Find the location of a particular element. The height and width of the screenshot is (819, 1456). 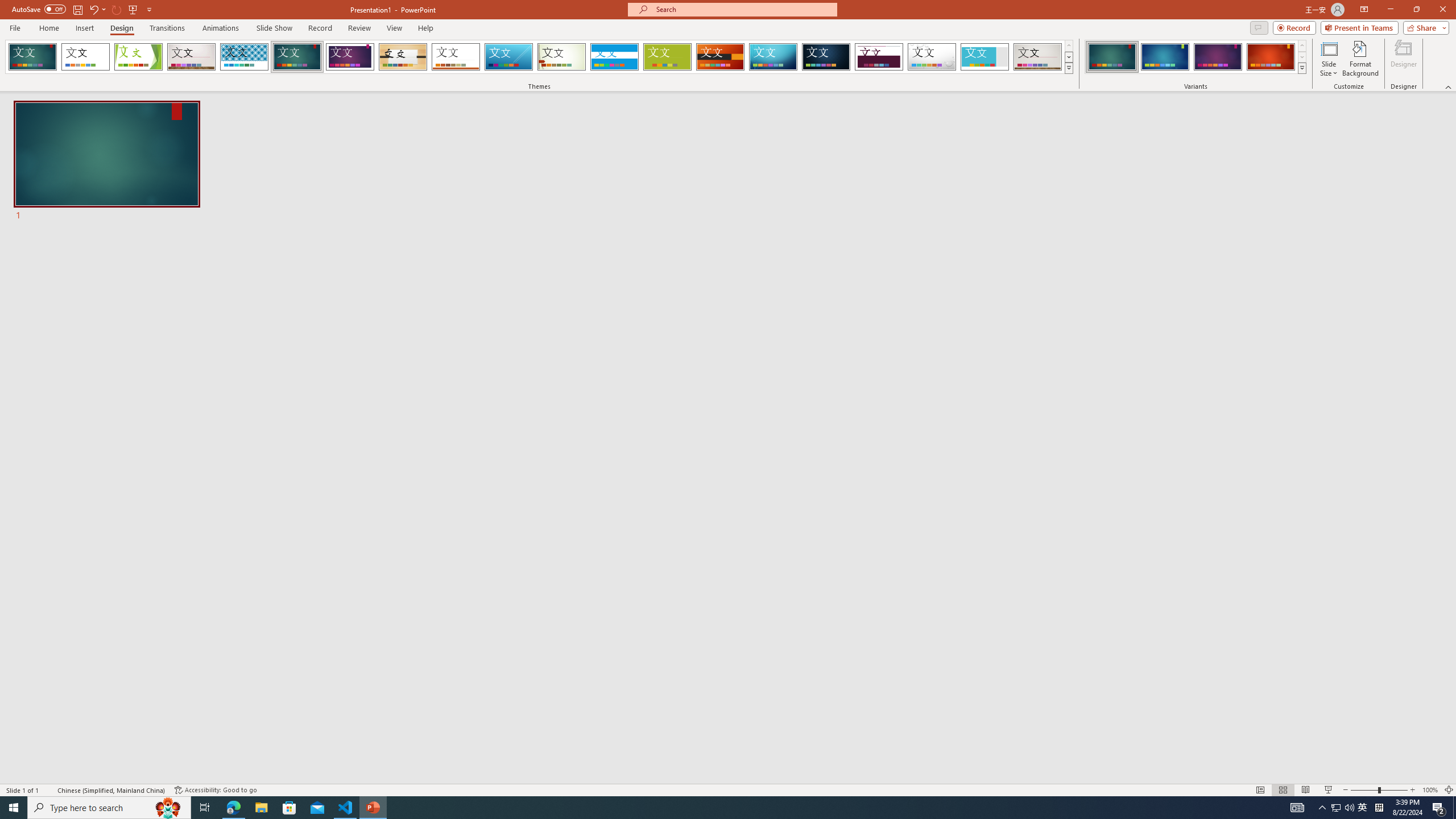

'Ion Loading Preview...' is located at coordinates (296, 56).